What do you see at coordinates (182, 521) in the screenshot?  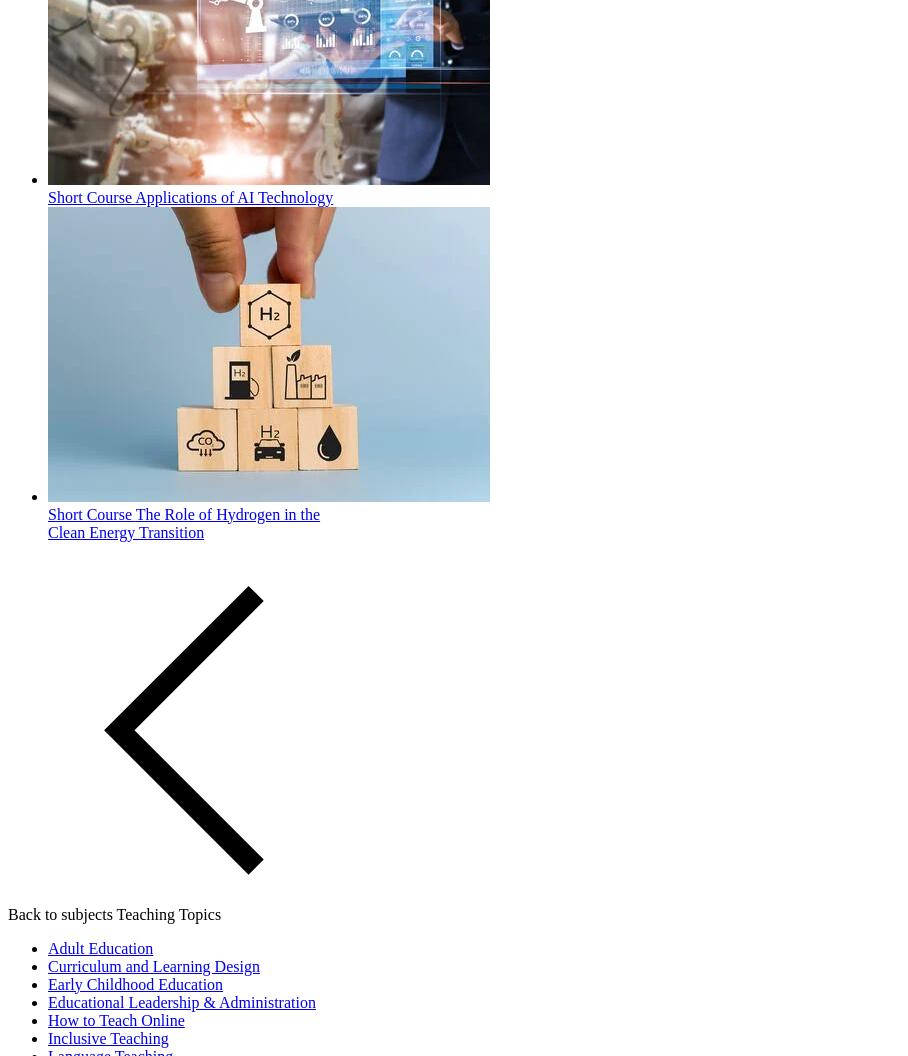 I see `'The Role of Hydrogen in the Clean Energy Transition'` at bounding box center [182, 521].